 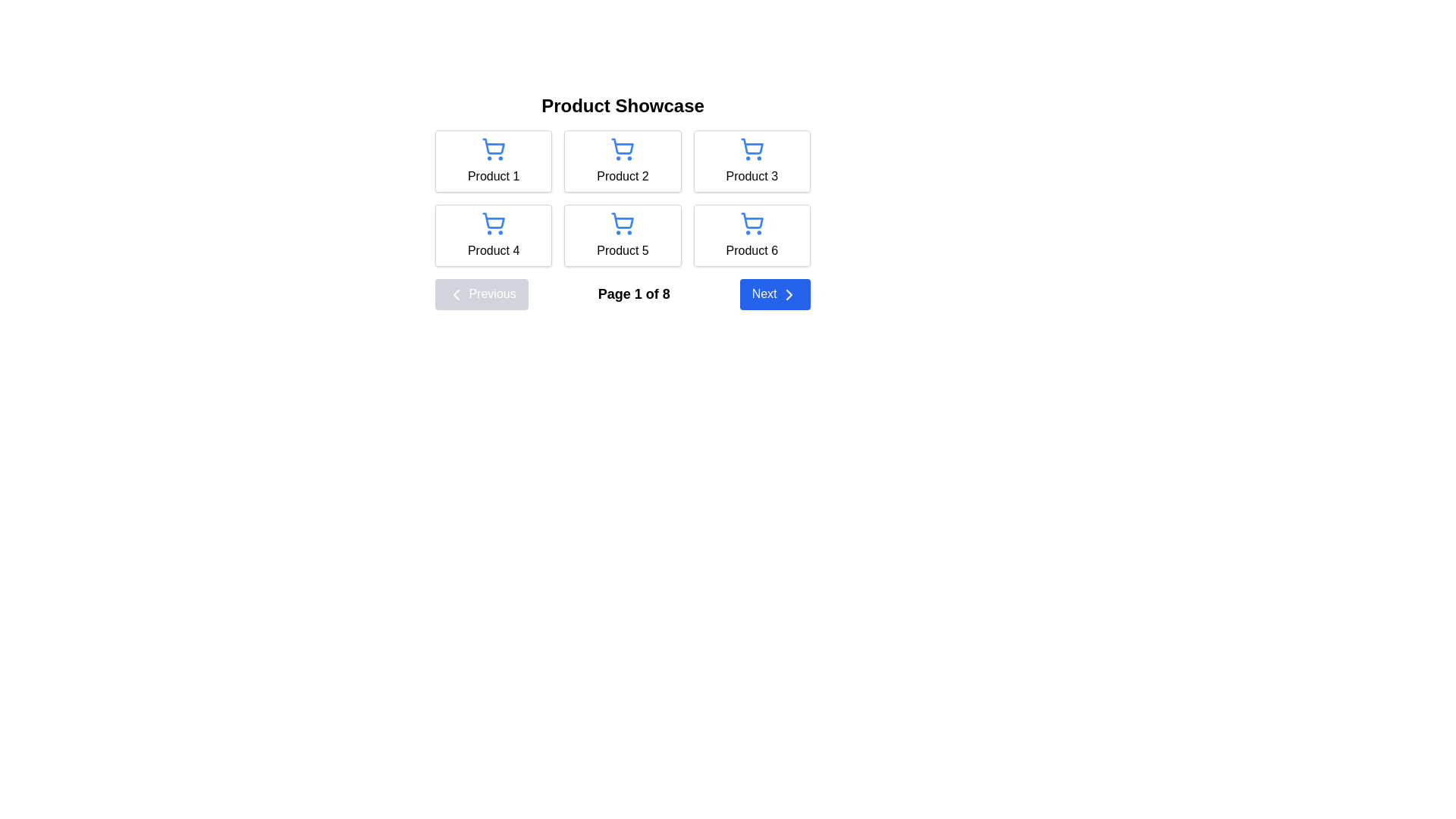 I want to click on product name displayed on the second product display card in the first row of the grid layout, so click(x=623, y=161).